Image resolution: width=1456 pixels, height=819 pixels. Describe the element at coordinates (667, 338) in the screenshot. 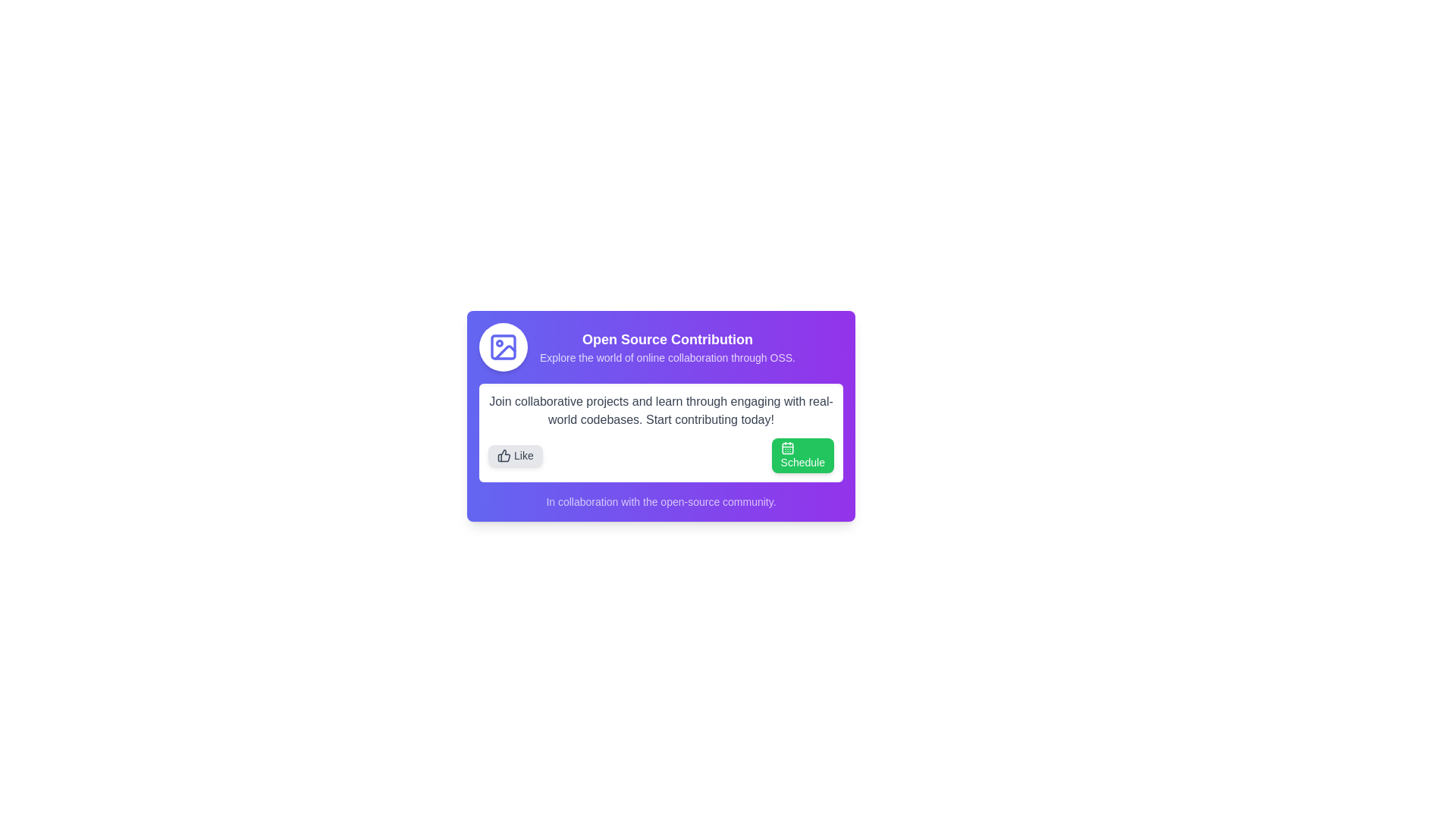

I see `the 'Open Source Contribution' text label, which is styled with a larger font size, bold typeface, and white color, located in the purple-colored header section` at that location.